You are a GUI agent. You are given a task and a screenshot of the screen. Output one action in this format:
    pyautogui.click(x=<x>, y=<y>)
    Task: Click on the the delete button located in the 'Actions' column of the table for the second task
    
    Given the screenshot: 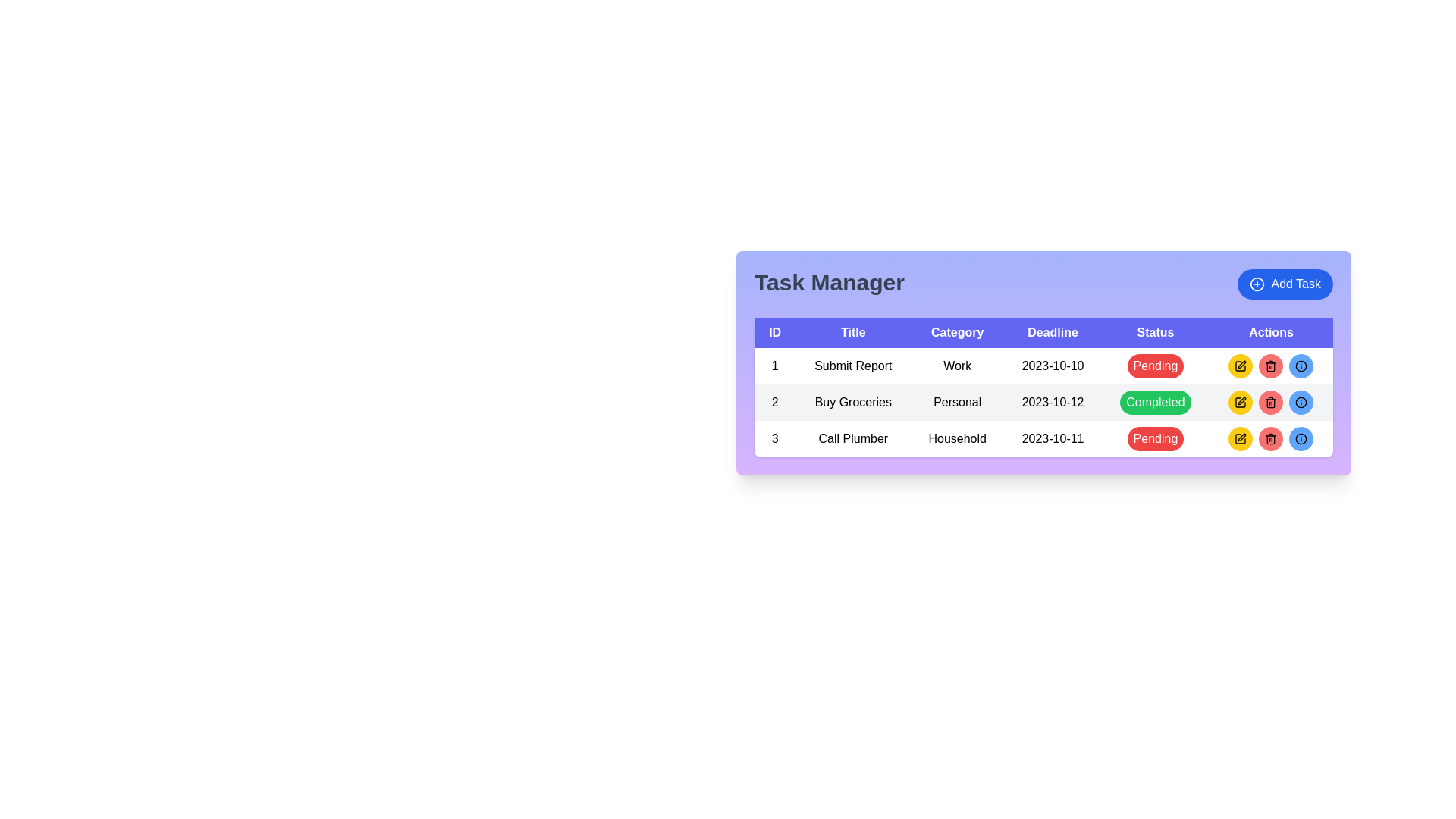 What is the action you would take?
    pyautogui.click(x=1270, y=402)
    